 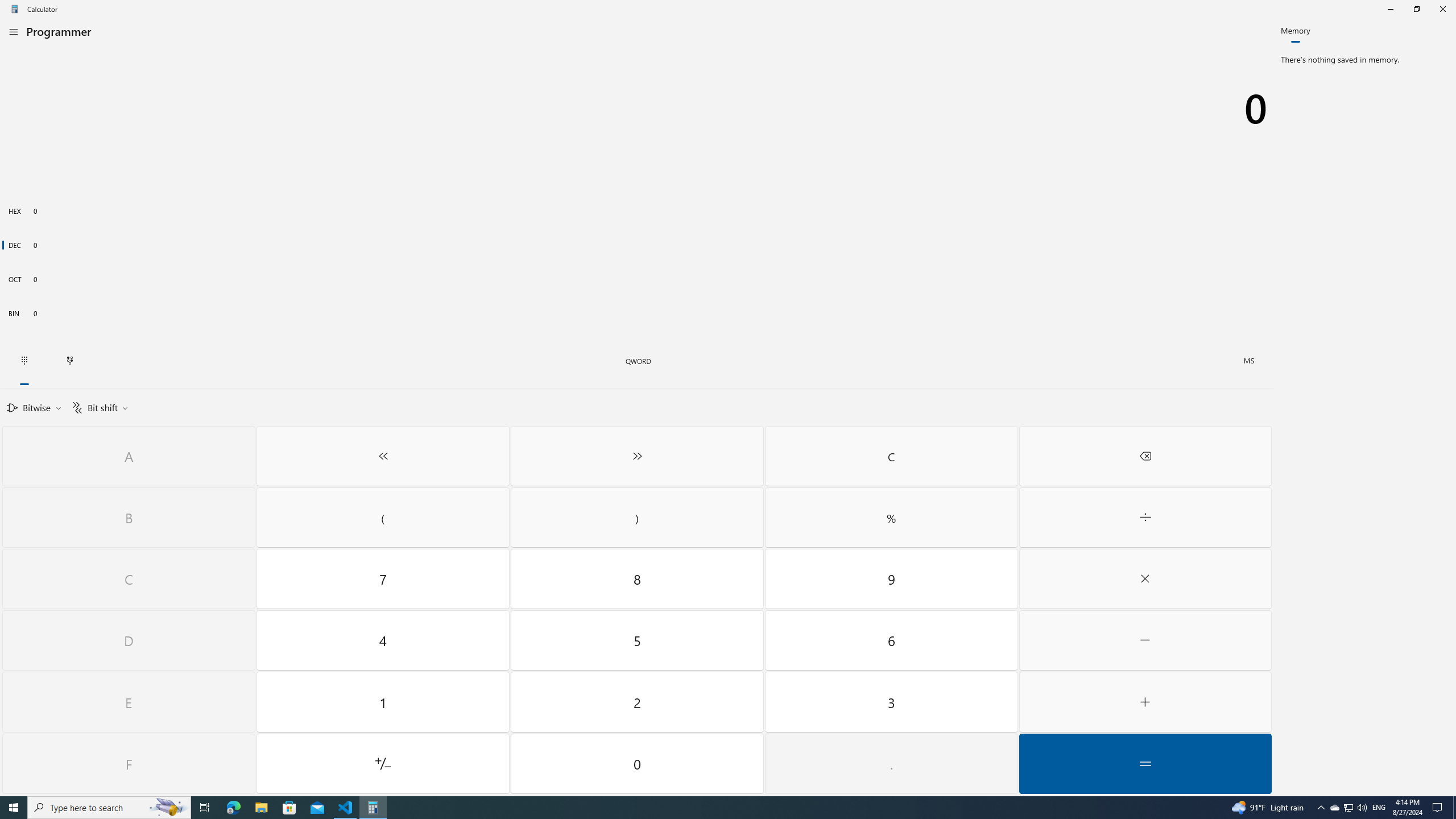 What do you see at coordinates (1145, 763) in the screenshot?
I see `'Equals'` at bounding box center [1145, 763].